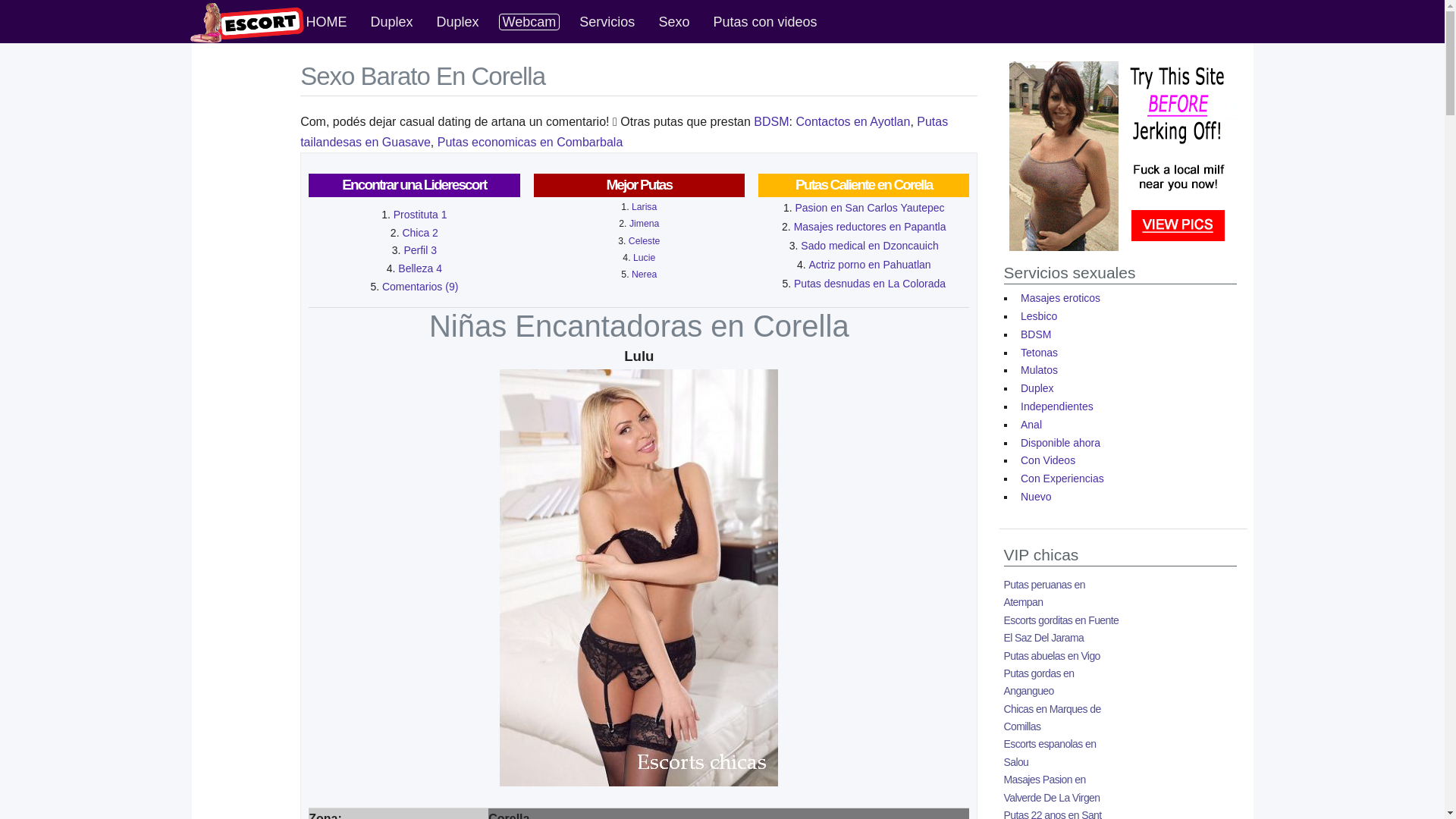  Describe the element at coordinates (1004, 787) in the screenshot. I see `'Masajes Pasion en Valverde De La Virgen'` at that location.